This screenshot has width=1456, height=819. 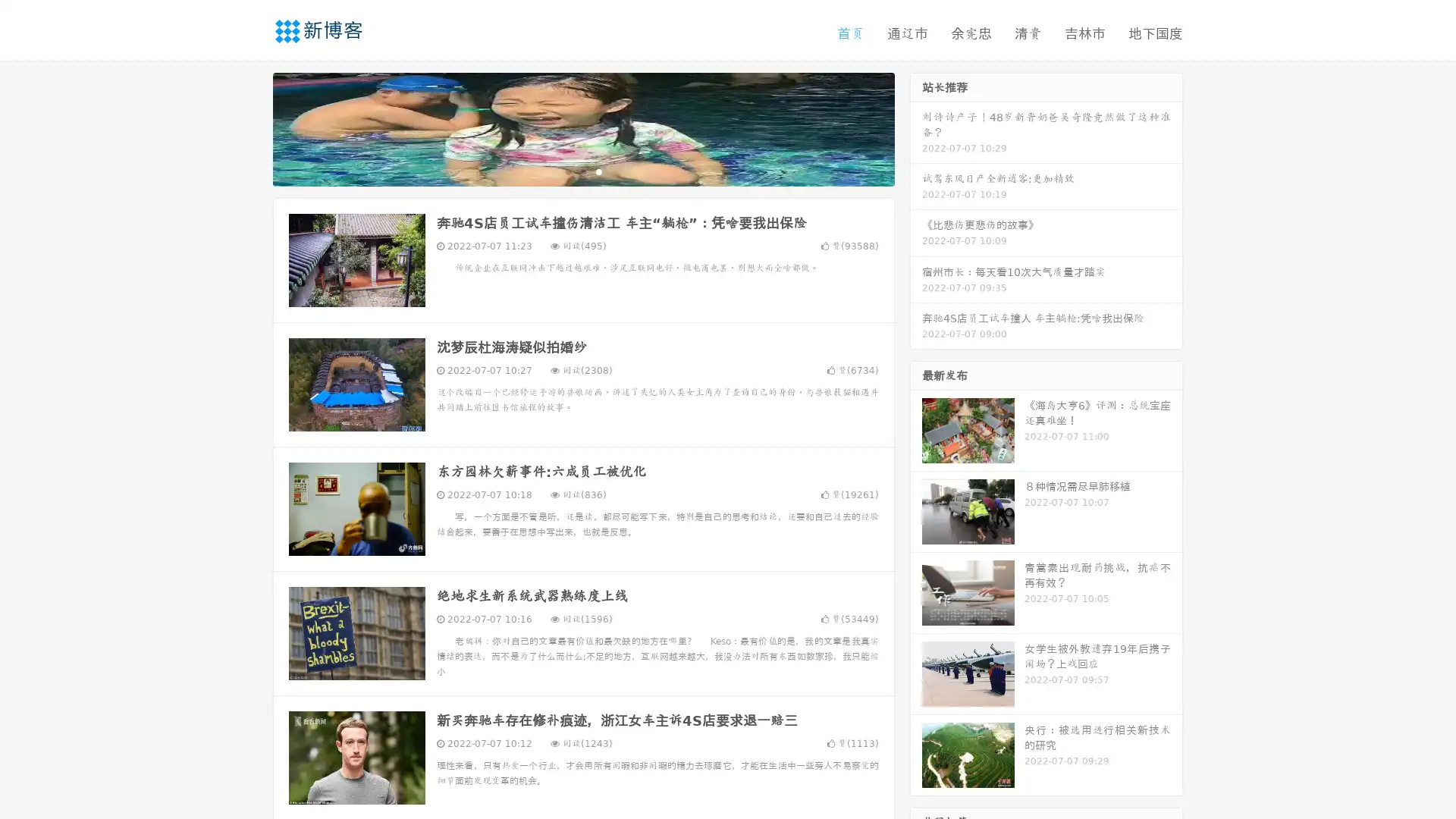 I want to click on Previous slide, so click(x=250, y=127).